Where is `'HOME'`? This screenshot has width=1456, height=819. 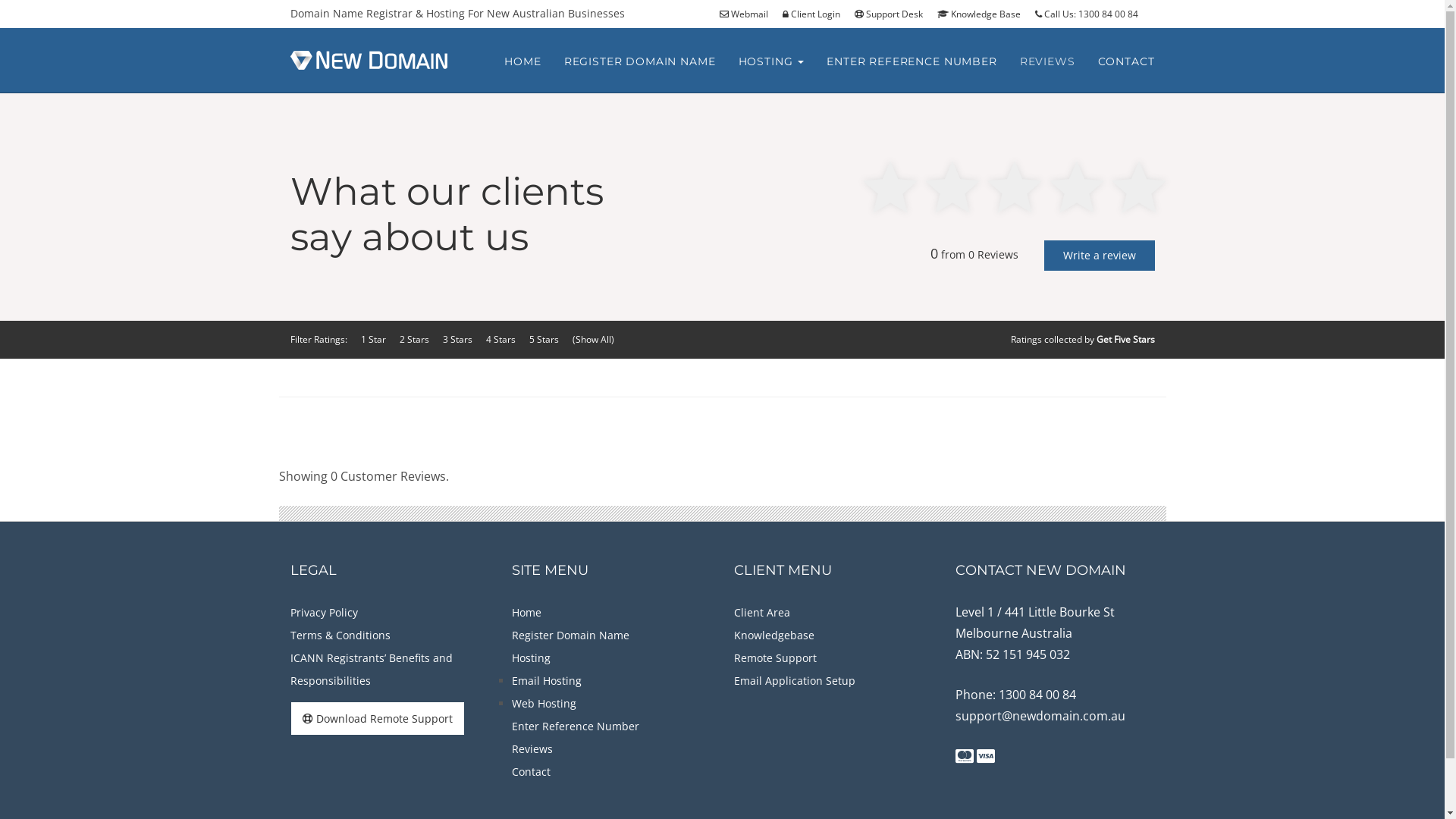
'HOME' is located at coordinates (522, 61).